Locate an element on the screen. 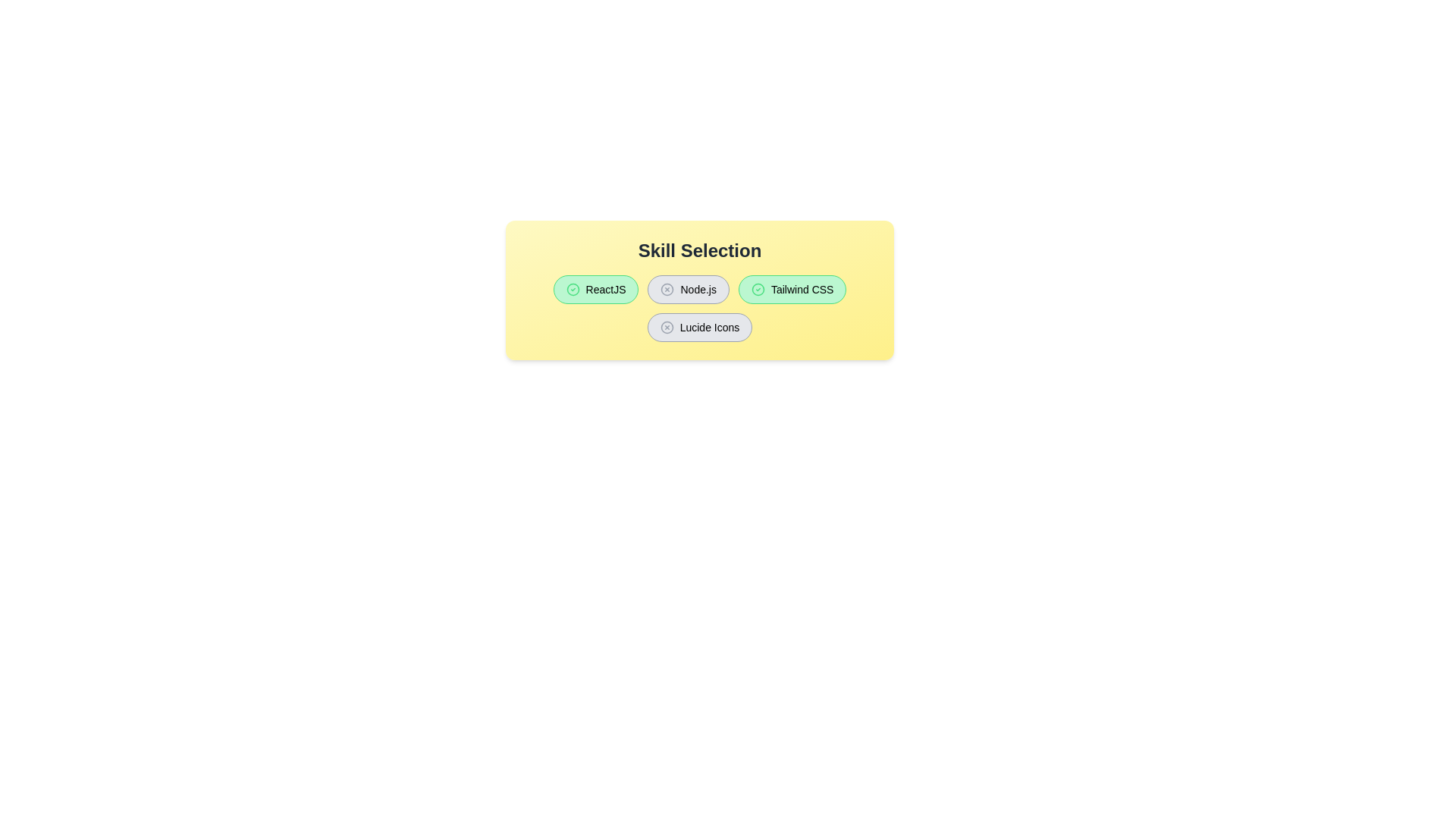 This screenshot has height=819, width=1456. the button labeled Node.js to observe the hover effect is located at coordinates (687, 289).